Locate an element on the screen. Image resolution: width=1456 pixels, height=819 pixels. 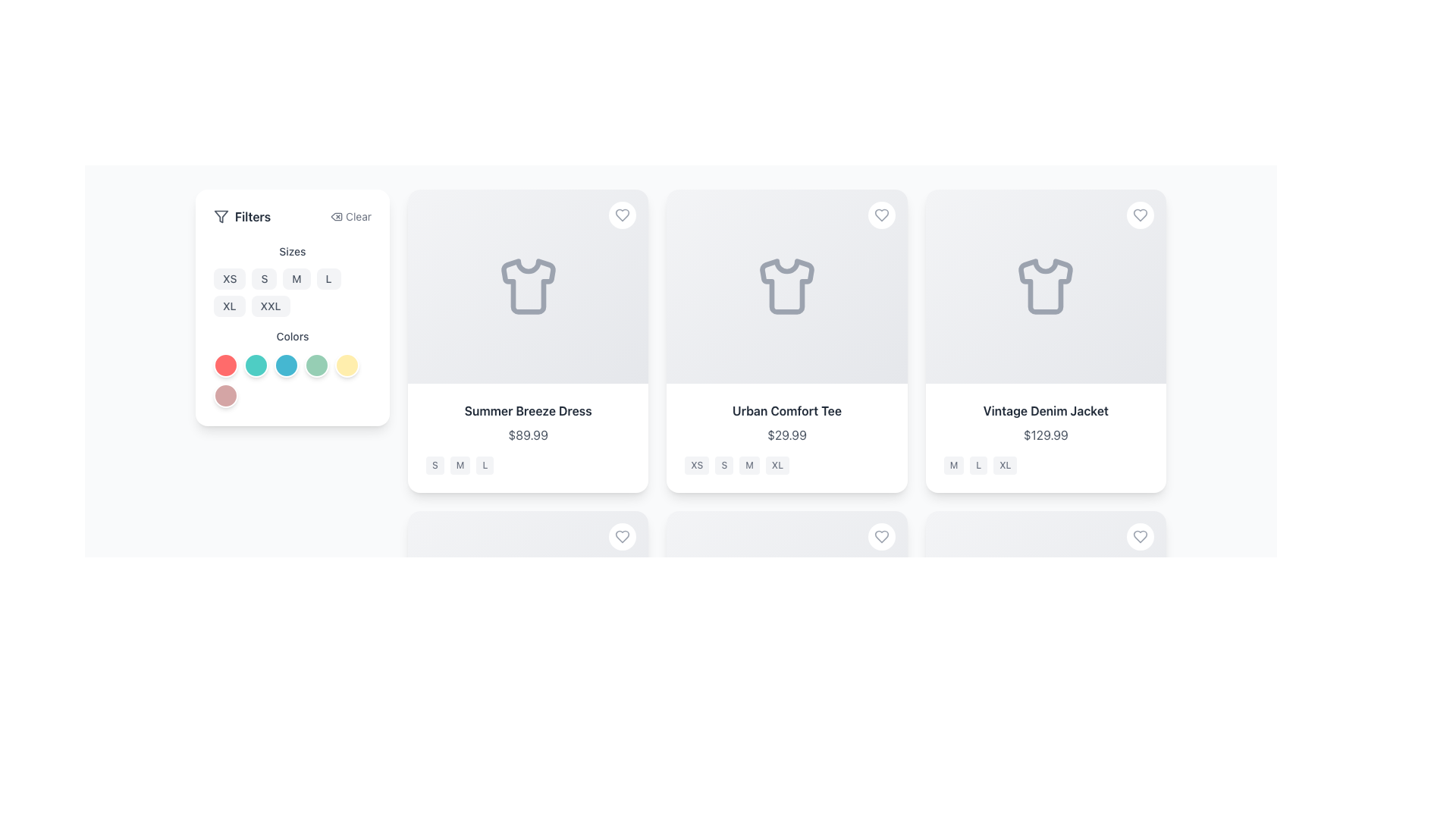
the heart icon within the circular button at the top-right corner of the 'Urban Comfort Tee' product card to favorite it is located at coordinates (881, 215).